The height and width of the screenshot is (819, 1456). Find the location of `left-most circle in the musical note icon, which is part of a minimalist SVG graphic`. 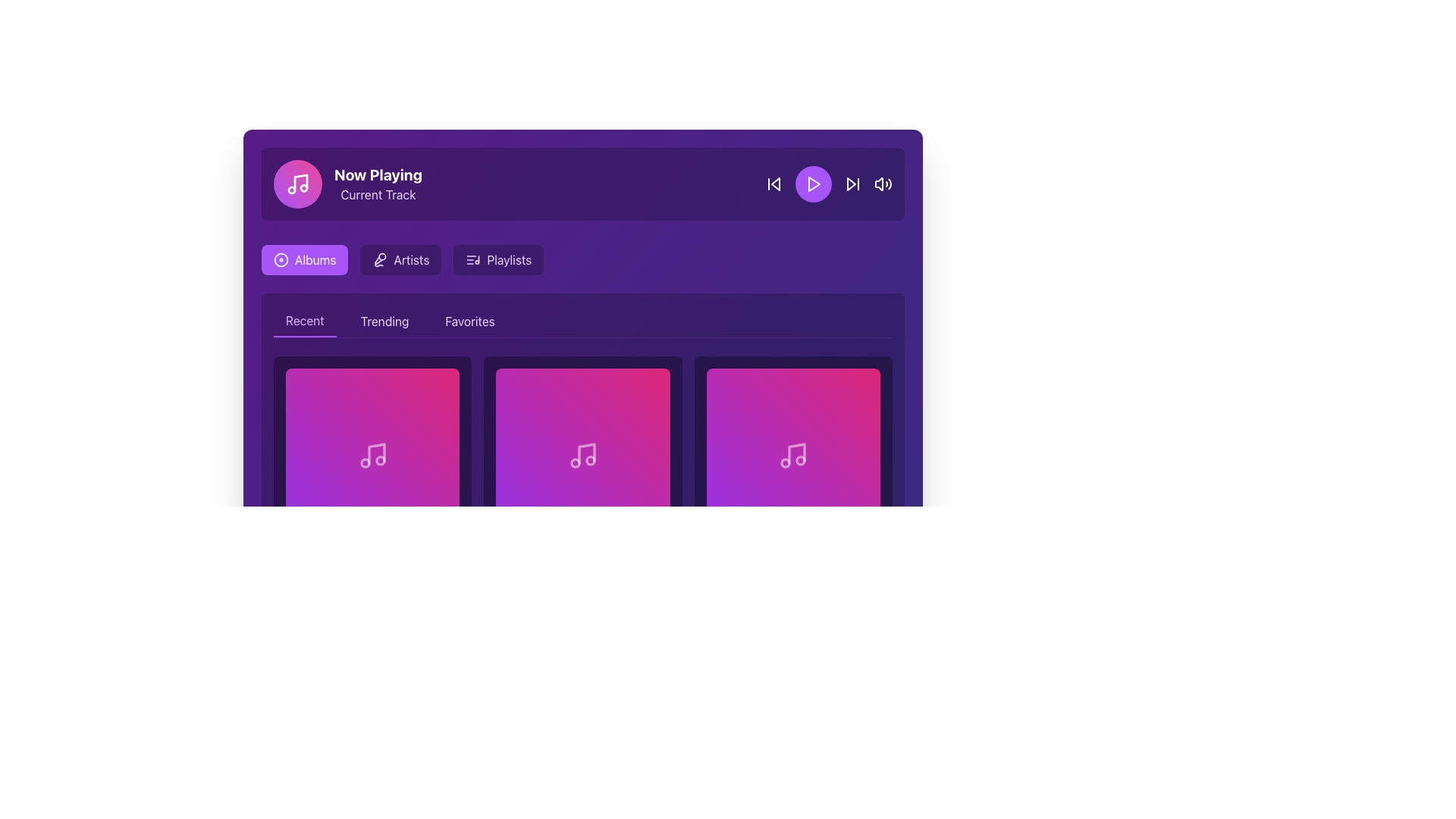

left-most circle in the musical note icon, which is part of a minimalist SVG graphic is located at coordinates (365, 462).